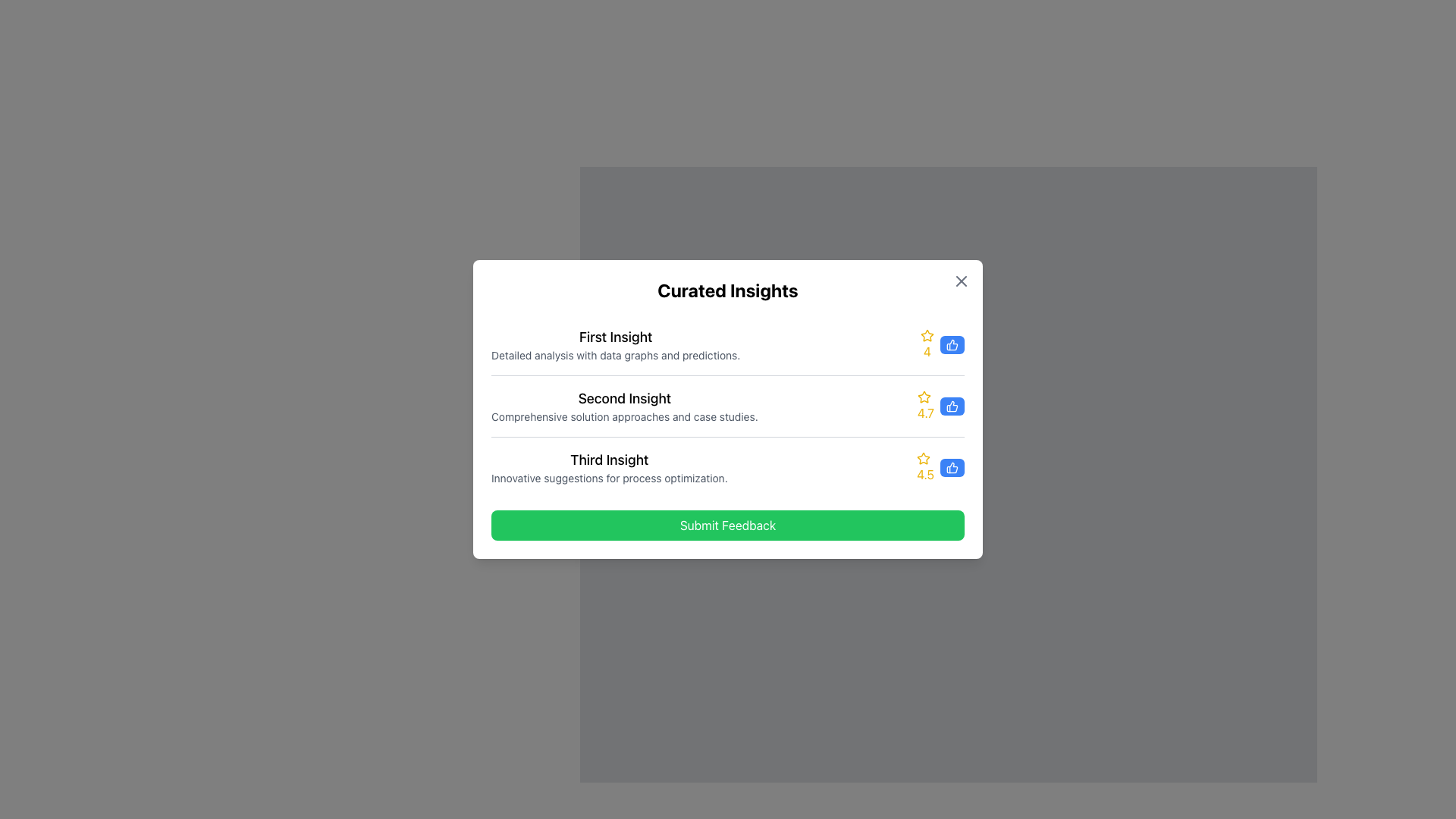 This screenshot has width=1456, height=819. I want to click on the small blue button with a thumbs-up icon located to the right of the yellow star icon and the digit '4', so click(952, 345).